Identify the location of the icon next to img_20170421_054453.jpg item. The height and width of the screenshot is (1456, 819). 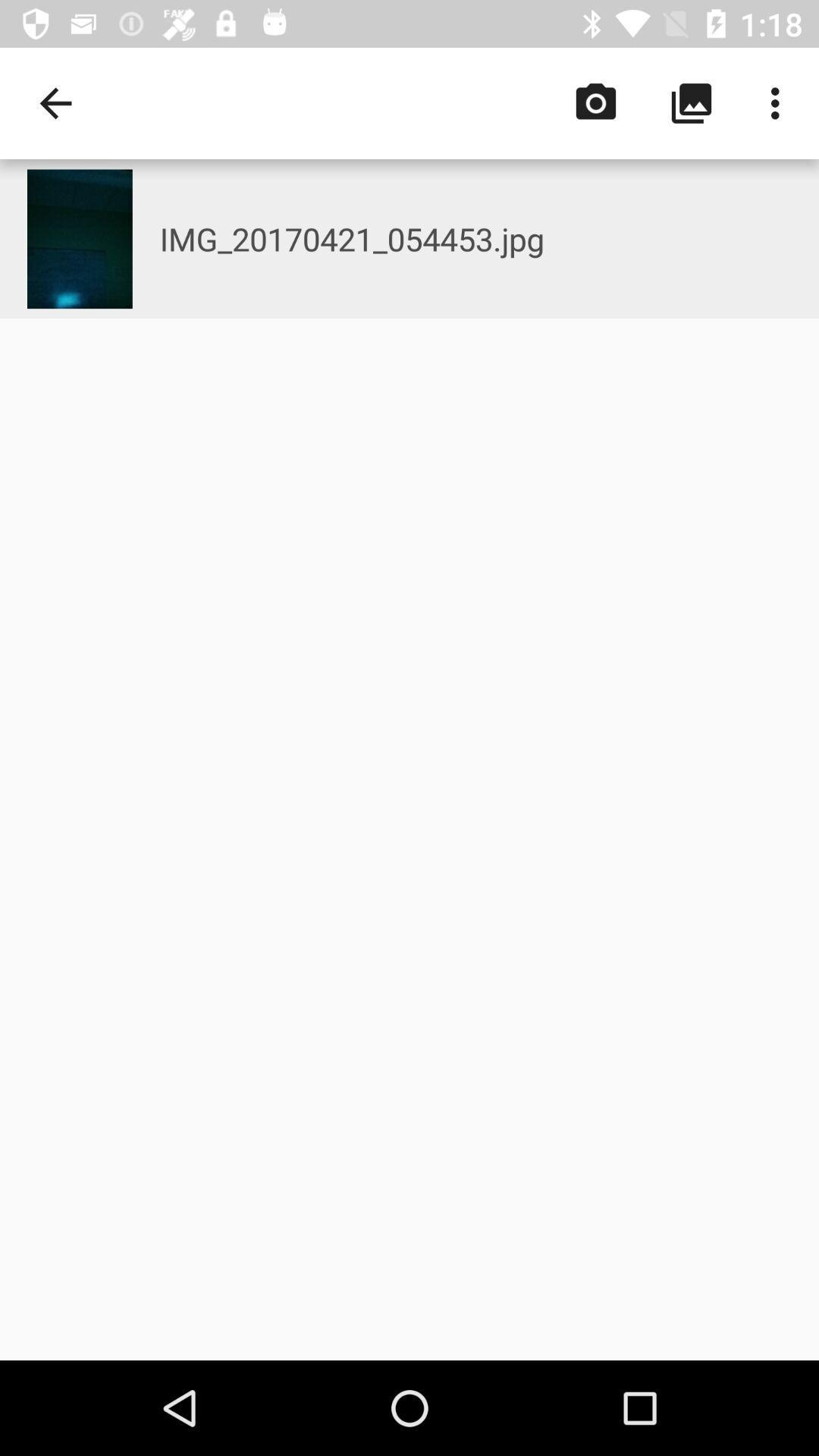
(80, 238).